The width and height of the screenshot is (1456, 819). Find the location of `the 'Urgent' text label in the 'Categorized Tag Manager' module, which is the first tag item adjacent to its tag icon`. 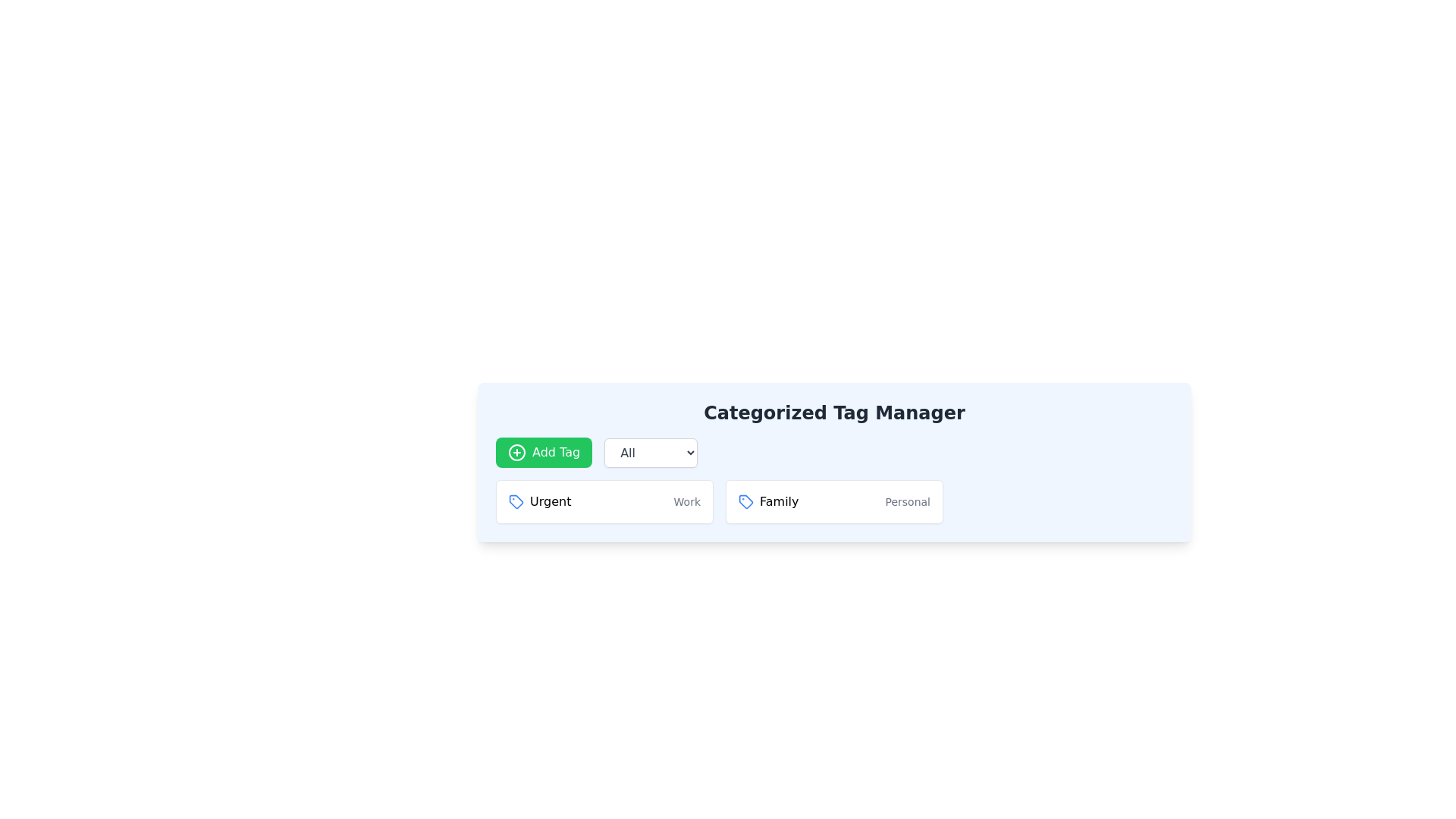

the 'Urgent' text label in the 'Categorized Tag Manager' module, which is the first tag item adjacent to its tag icon is located at coordinates (550, 502).